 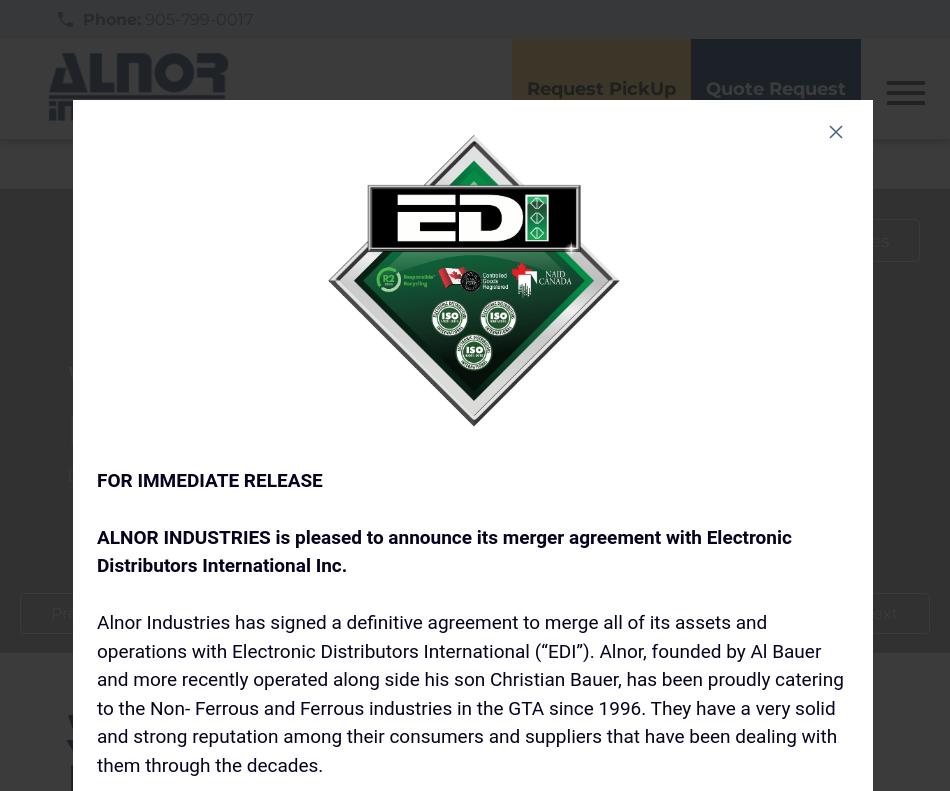 I want to click on 'December 16, 2014', so click(x=152, y=473).